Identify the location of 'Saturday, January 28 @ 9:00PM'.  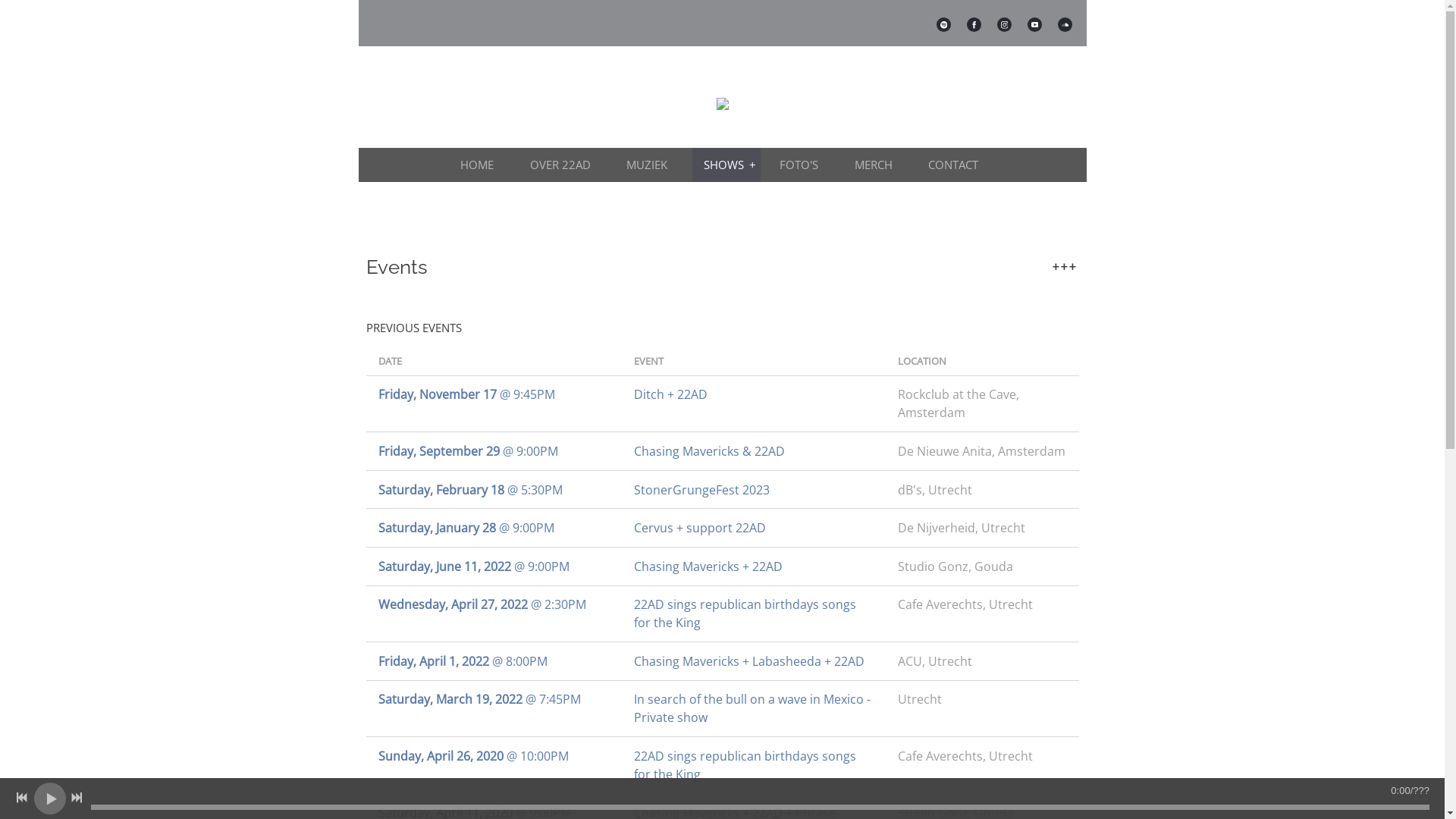
(493, 526).